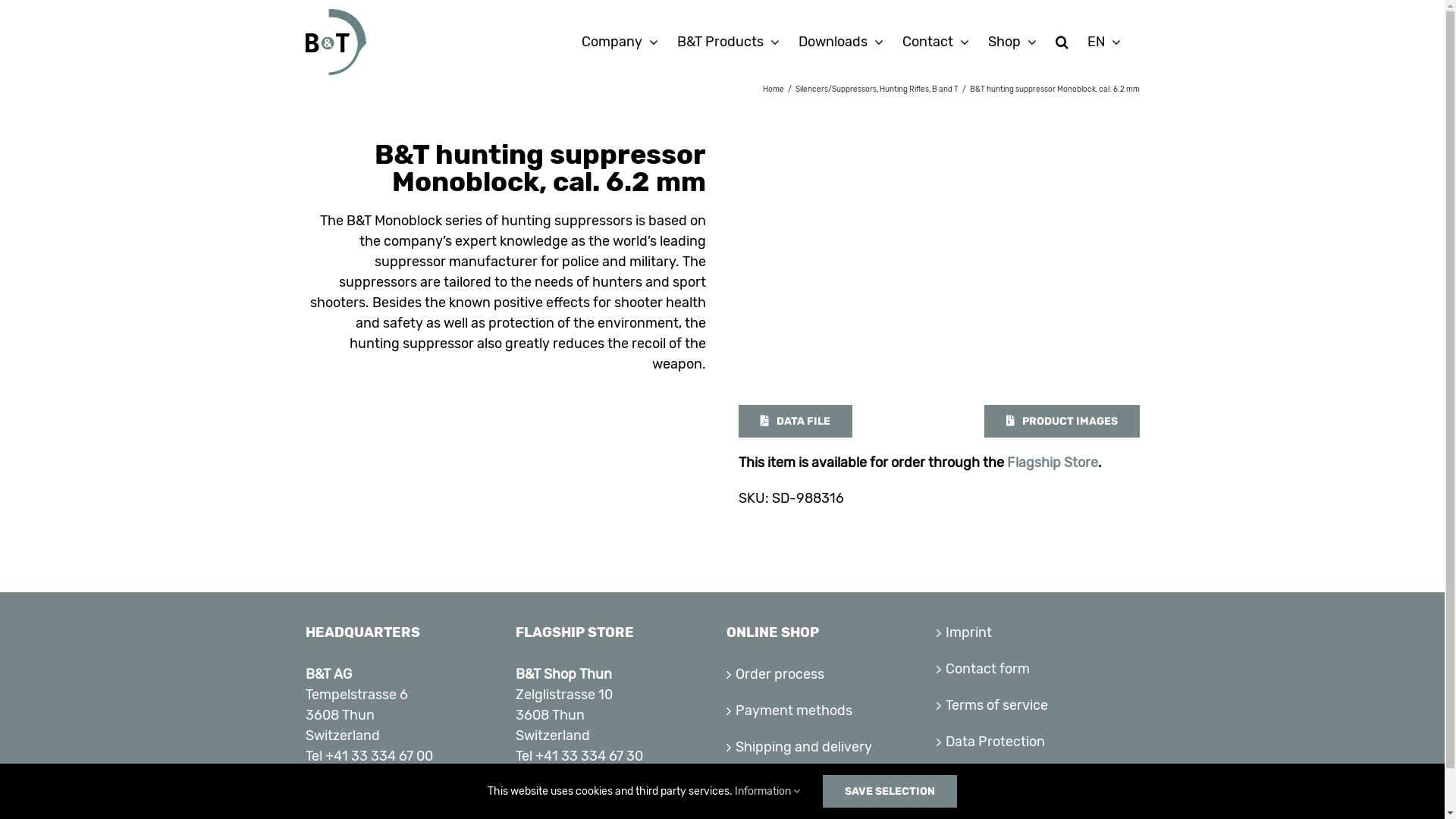  What do you see at coordinates (1103, 40) in the screenshot?
I see `'EN'` at bounding box center [1103, 40].